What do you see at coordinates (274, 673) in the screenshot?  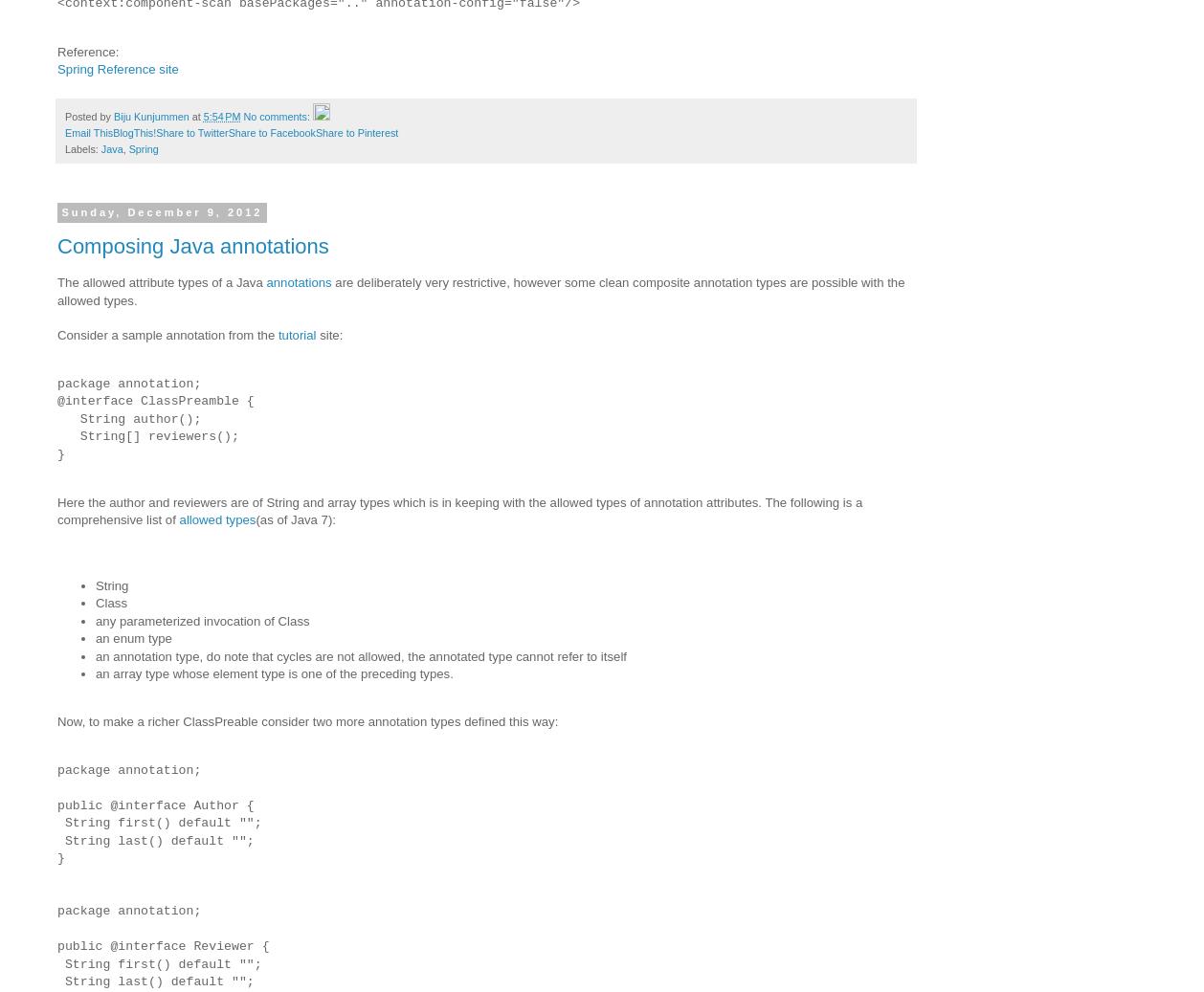 I see `'an array type whose element type is one of the preceding types.'` at bounding box center [274, 673].